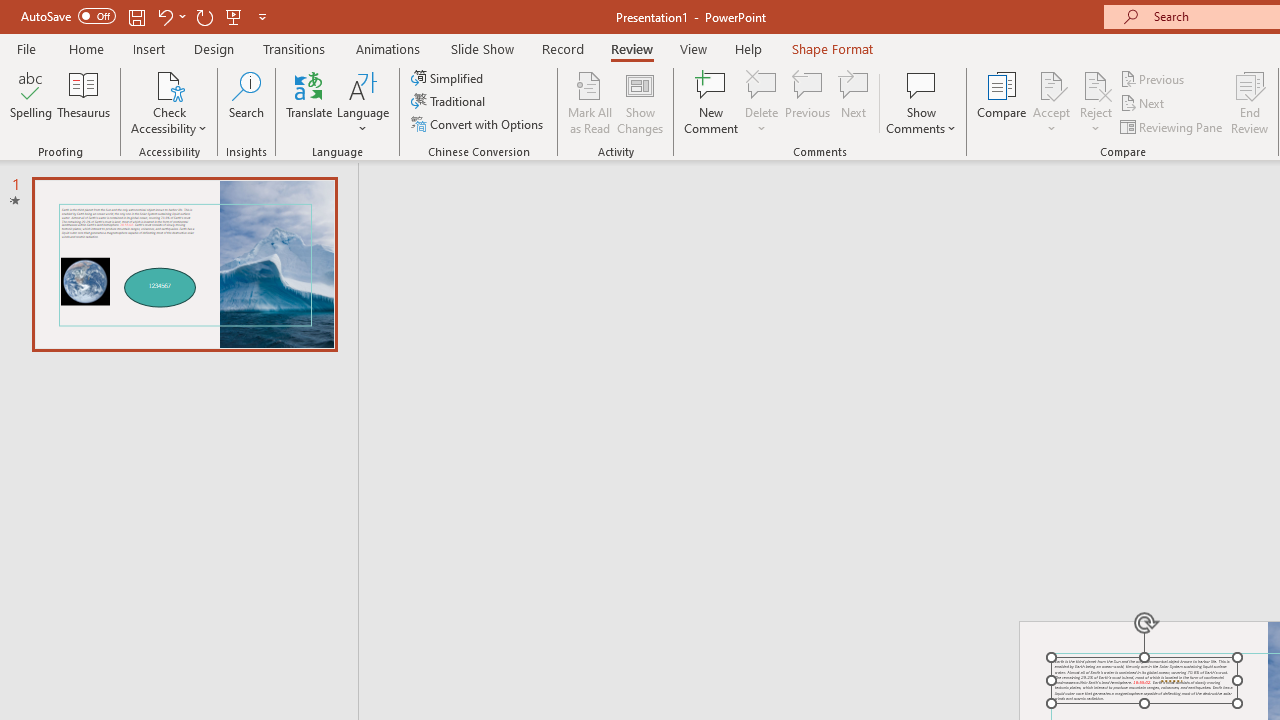 The height and width of the screenshot is (720, 1280). Describe the element at coordinates (1248, 103) in the screenshot. I see `'End Review'` at that location.